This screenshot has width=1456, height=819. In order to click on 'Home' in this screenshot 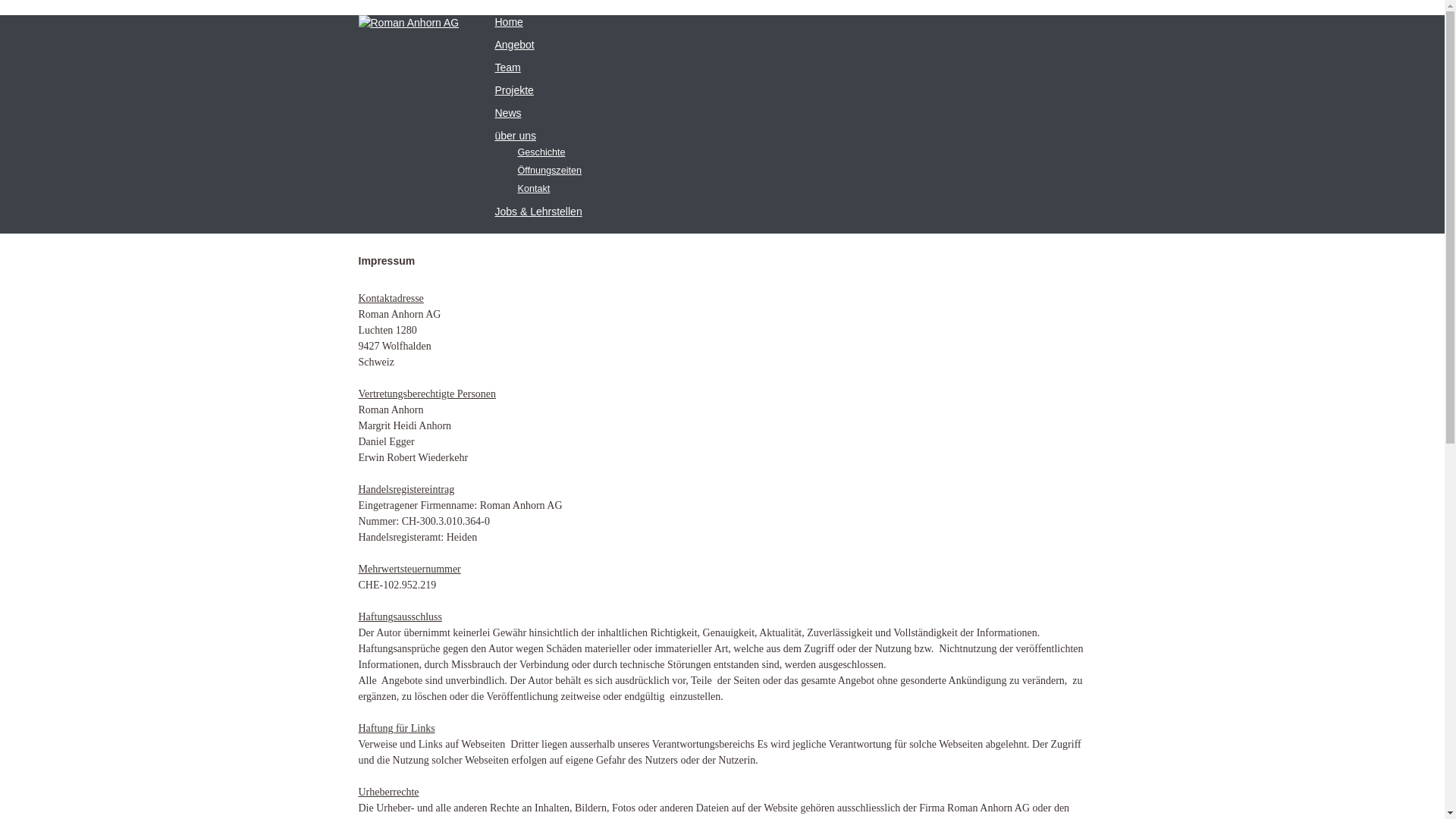, I will do `click(508, 22)`.